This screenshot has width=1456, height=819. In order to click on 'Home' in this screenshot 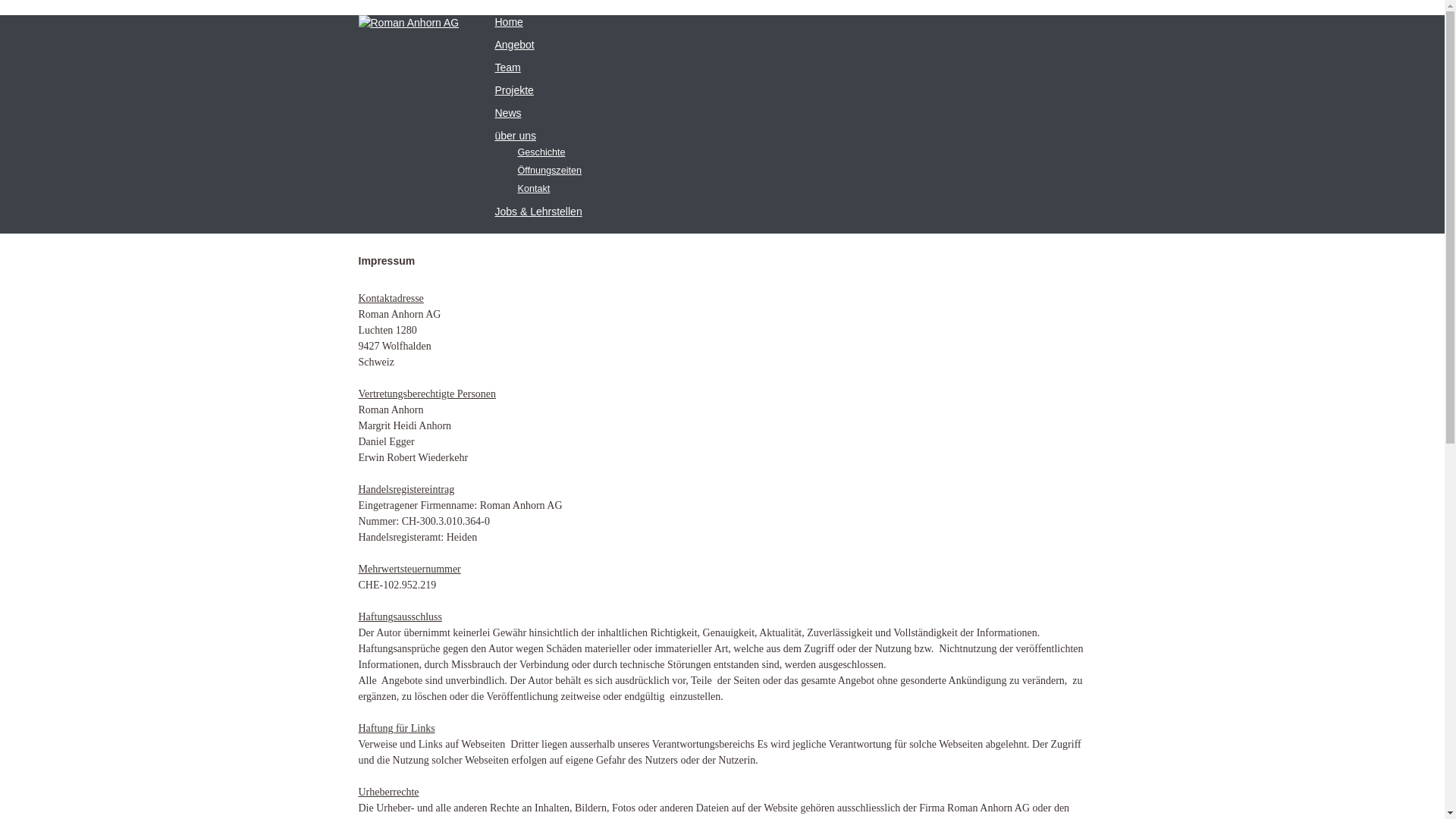, I will do `click(508, 22)`.